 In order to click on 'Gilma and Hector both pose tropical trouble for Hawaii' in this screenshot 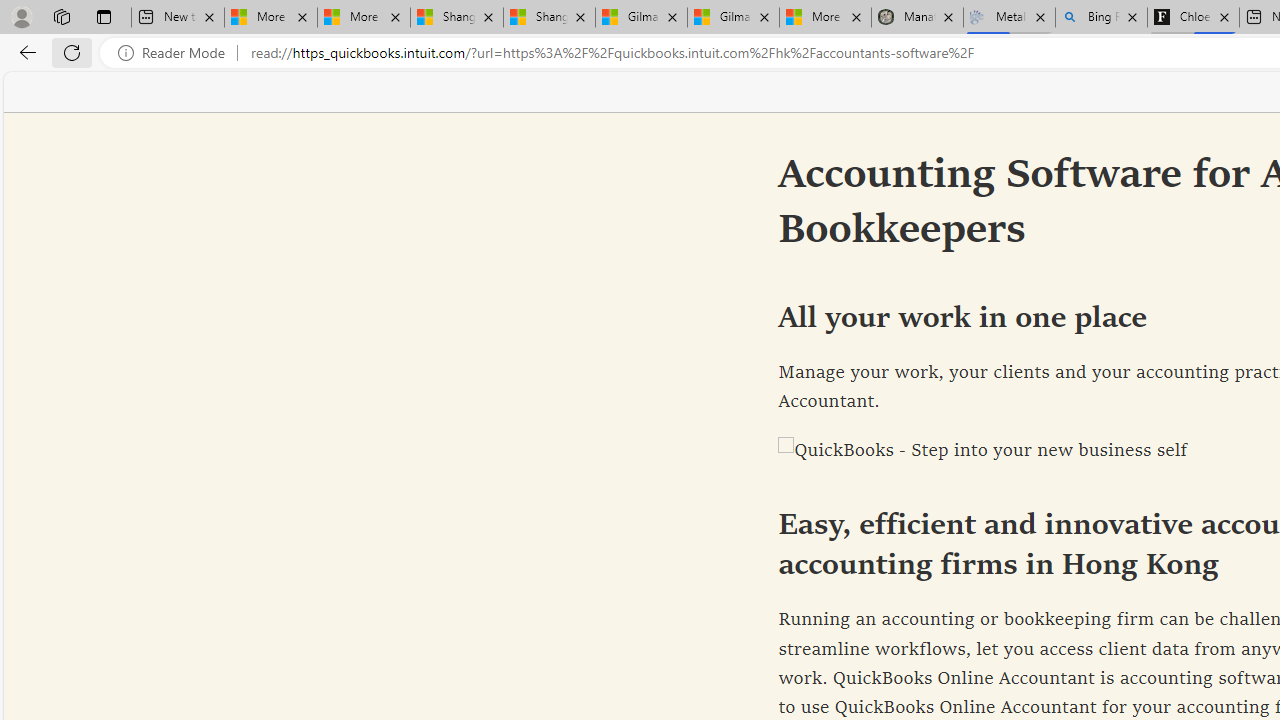, I will do `click(732, 17)`.